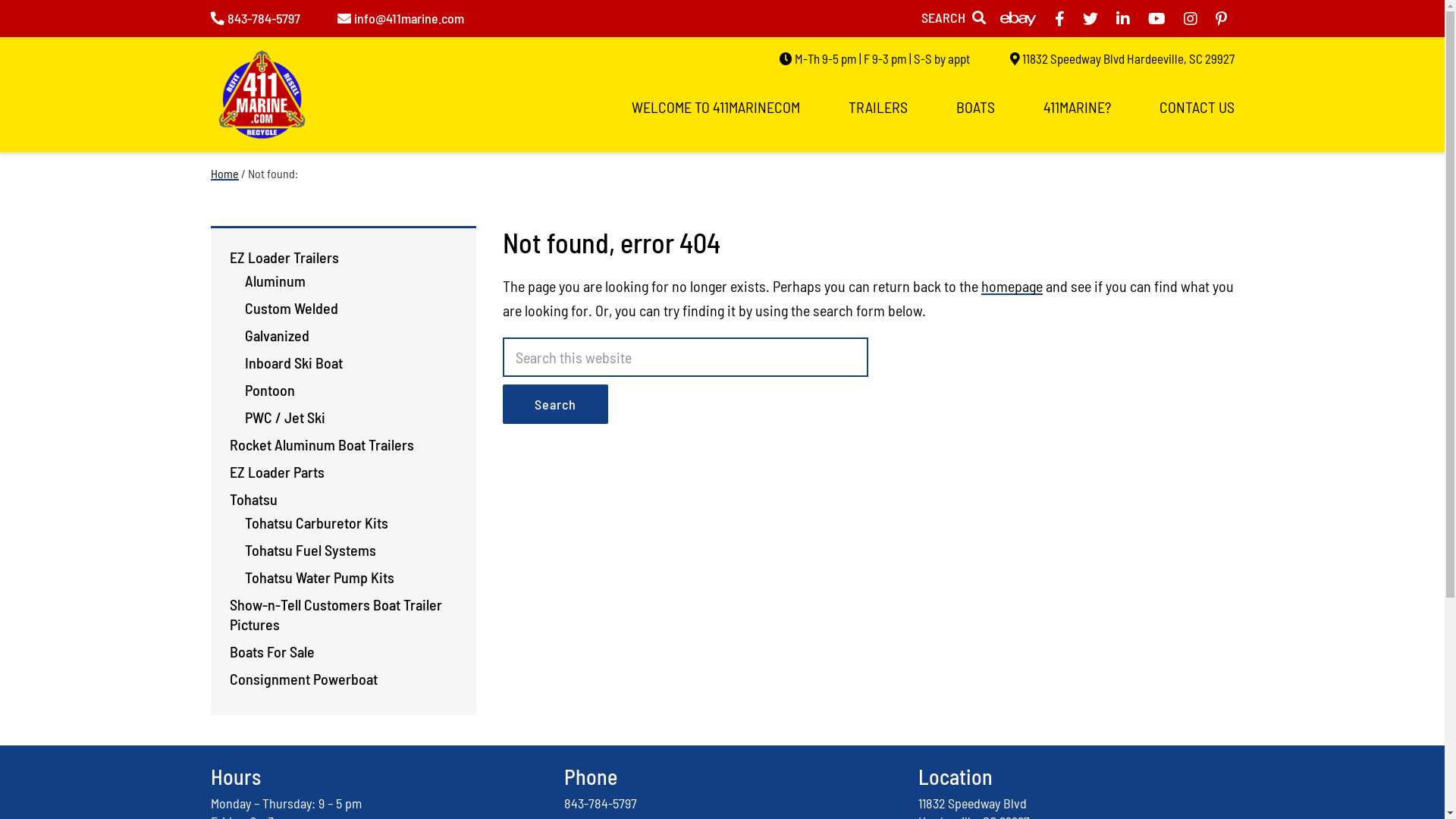  Describe the element at coordinates (271, 651) in the screenshot. I see `'Boats For Sale'` at that location.